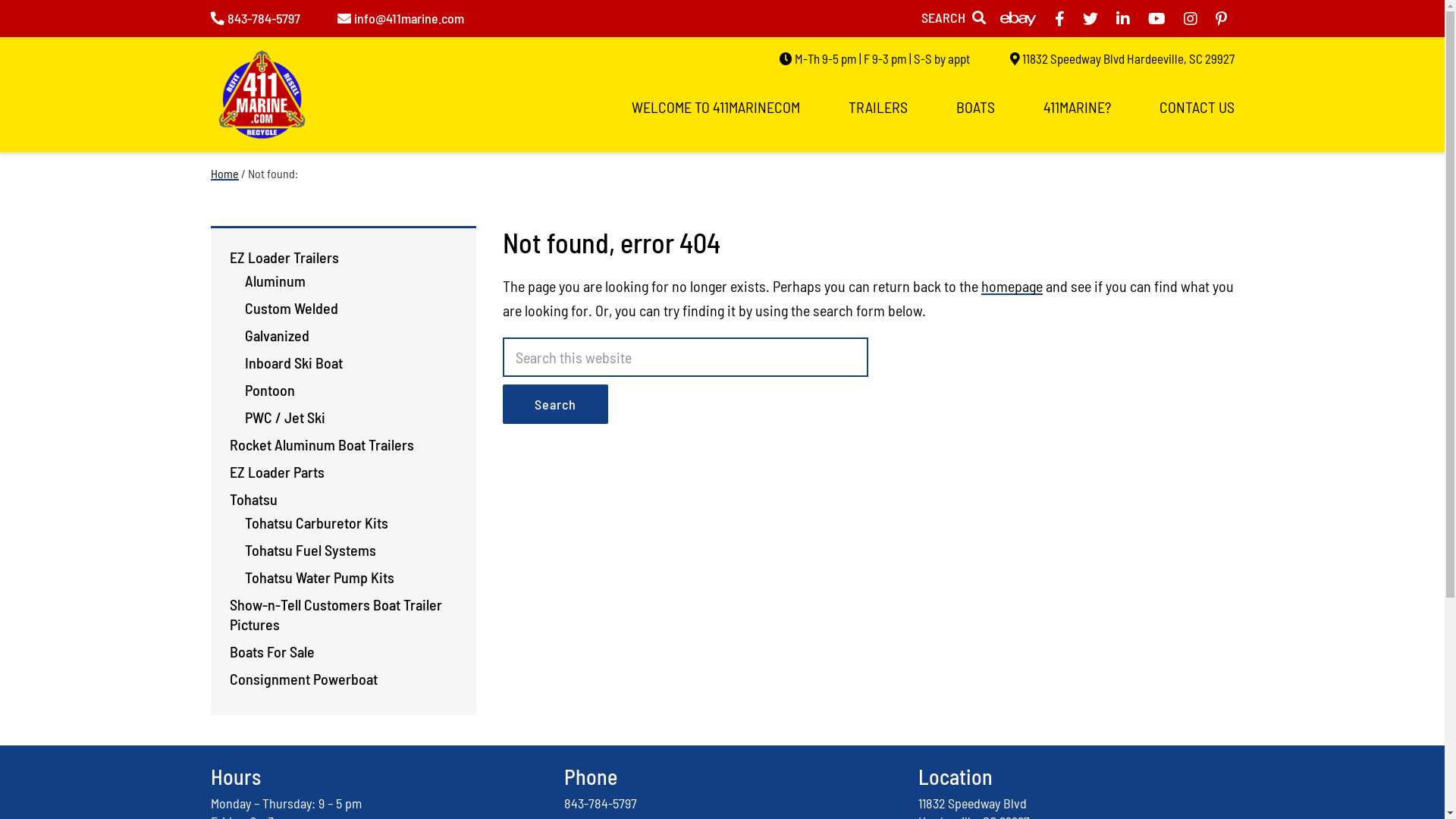  Describe the element at coordinates (271, 651) in the screenshot. I see `'Boats For Sale'` at that location.